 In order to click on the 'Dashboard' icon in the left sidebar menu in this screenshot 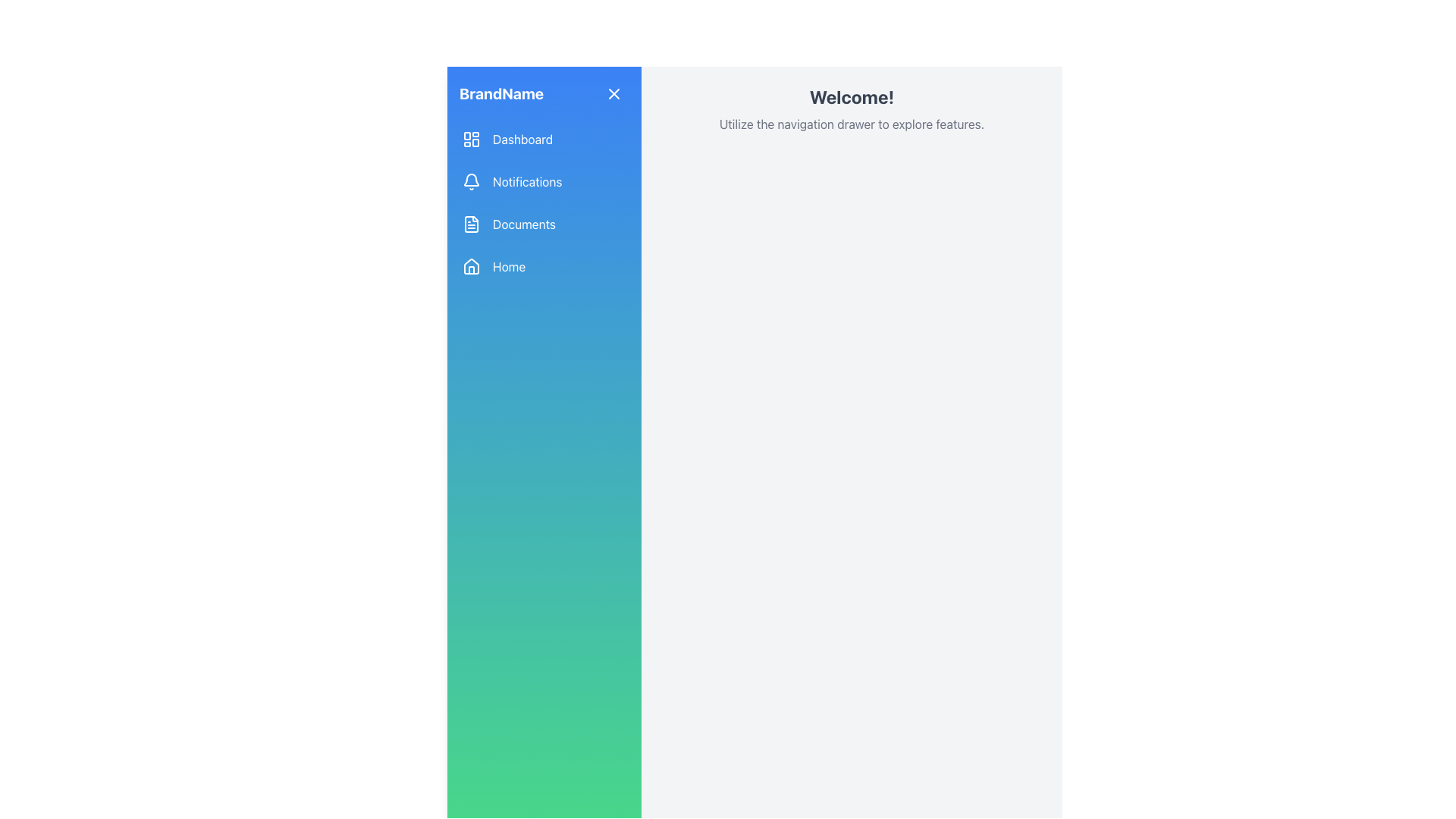, I will do `click(471, 140)`.